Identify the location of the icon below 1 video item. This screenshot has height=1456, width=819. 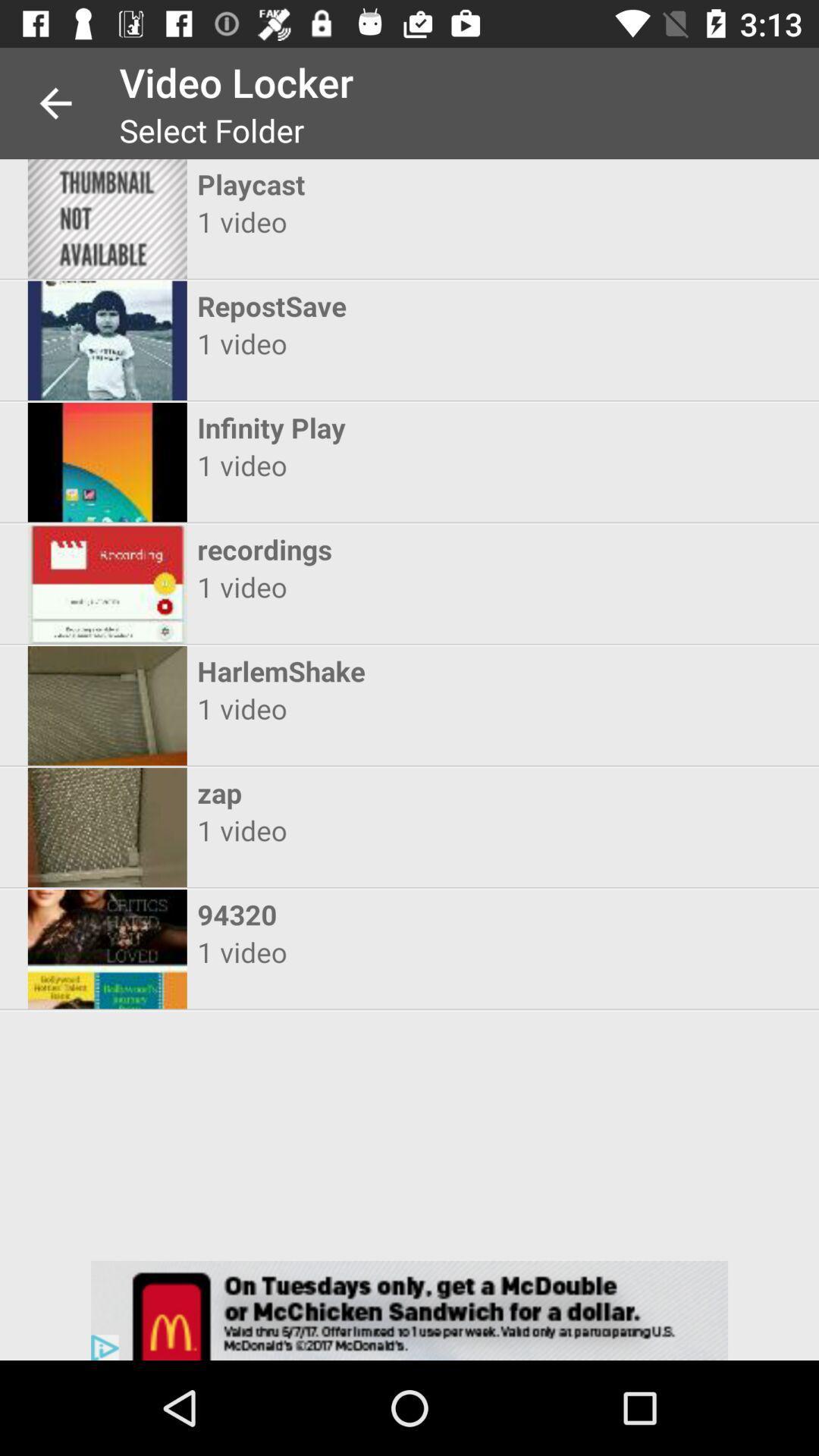
(395, 427).